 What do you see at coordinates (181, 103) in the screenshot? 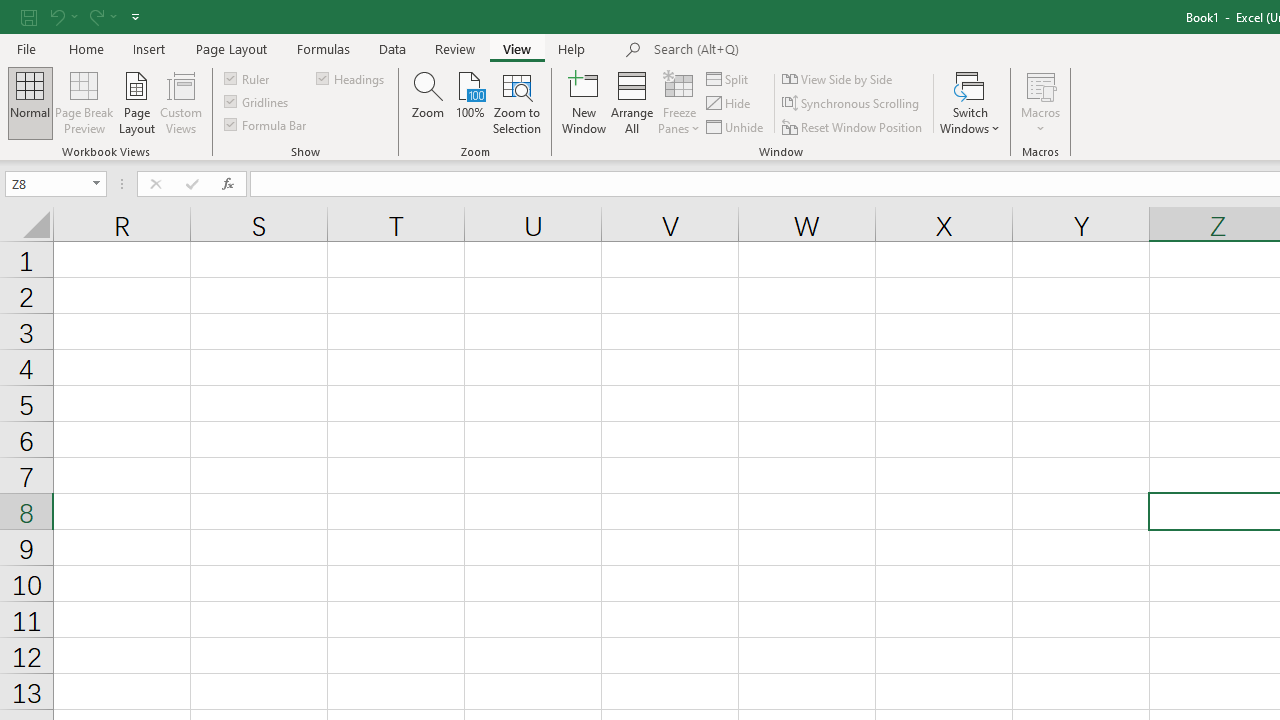
I see `'Custom Views...'` at bounding box center [181, 103].